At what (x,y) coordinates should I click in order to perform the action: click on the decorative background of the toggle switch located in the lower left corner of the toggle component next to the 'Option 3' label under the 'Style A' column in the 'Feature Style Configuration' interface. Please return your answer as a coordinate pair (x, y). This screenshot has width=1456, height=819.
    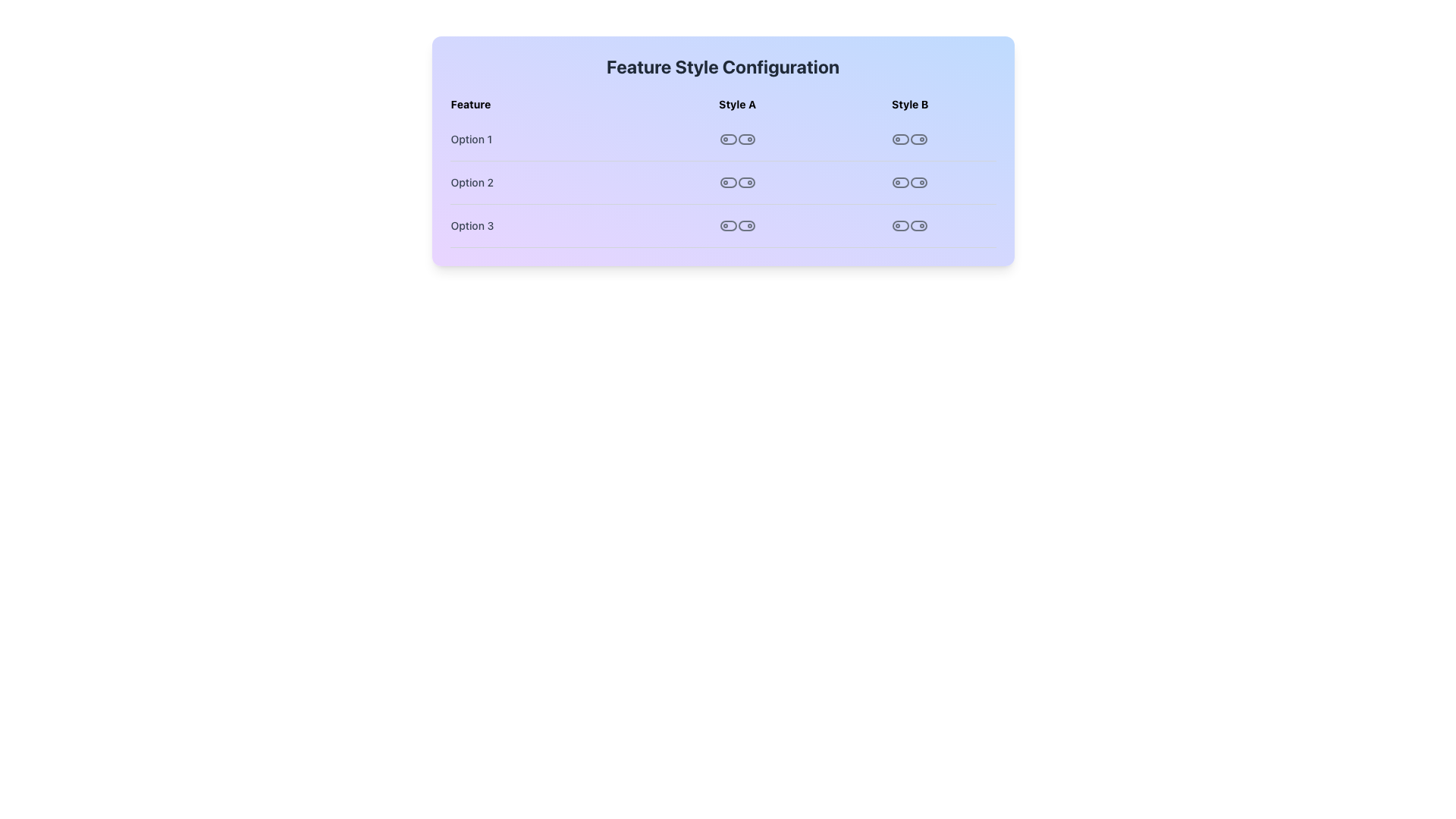
    Looking at the image, I should click on (746, 225).